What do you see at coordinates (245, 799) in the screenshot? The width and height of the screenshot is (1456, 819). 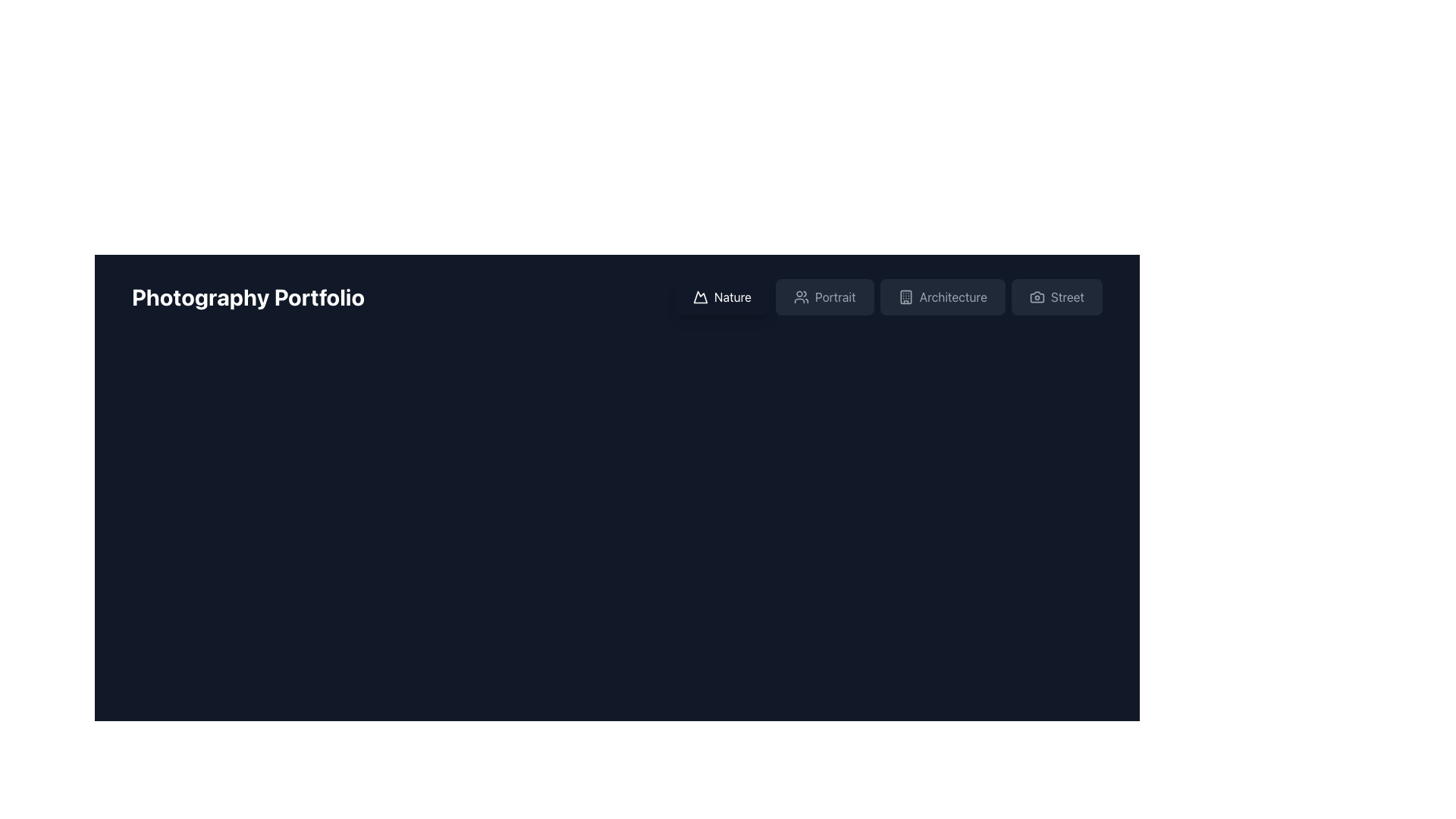 I see `the circular geometric feature in the SVG component` at bounding box center [245, 799].